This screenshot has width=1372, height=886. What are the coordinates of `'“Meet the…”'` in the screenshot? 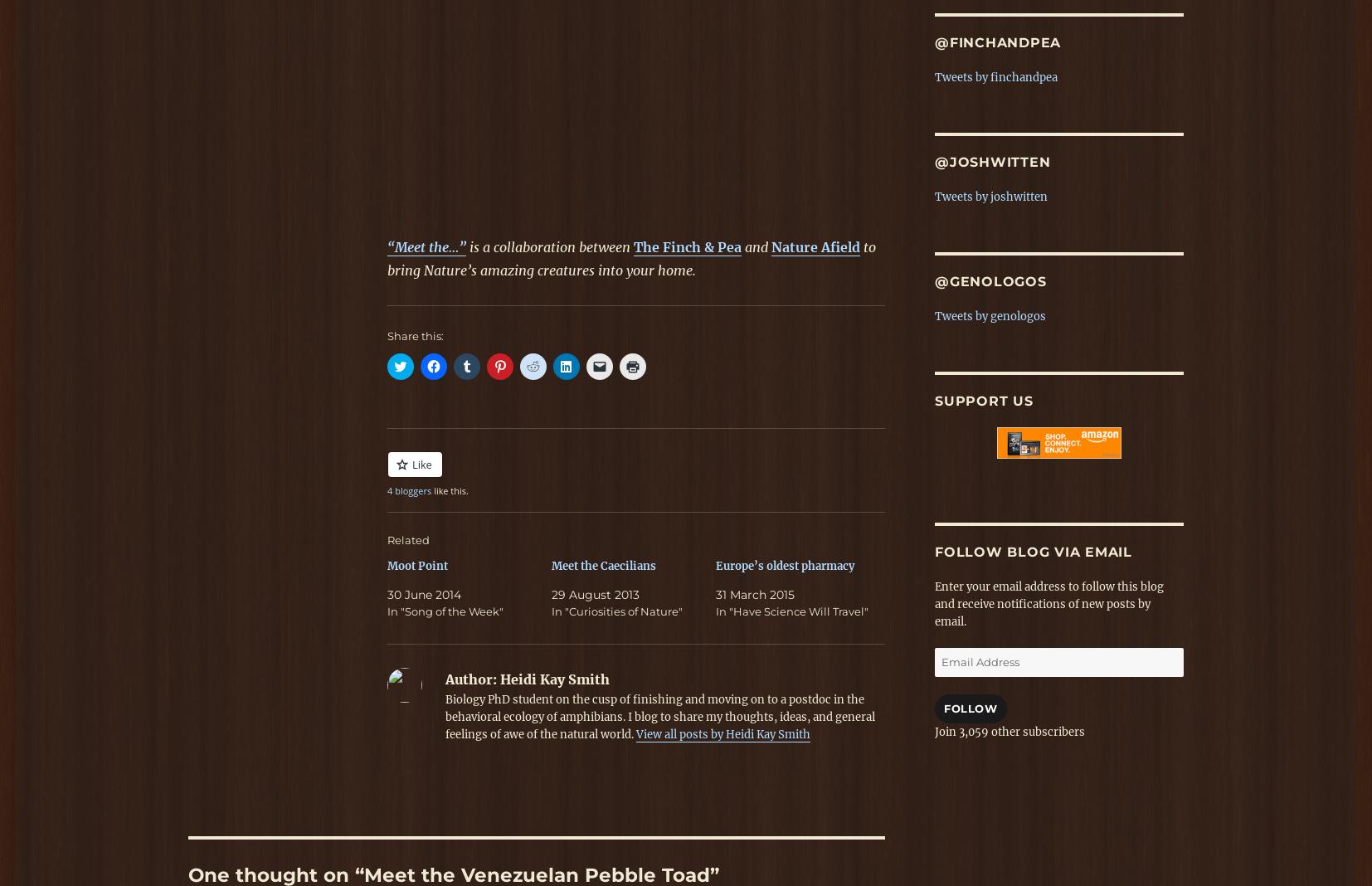 It's located at (387, 246).